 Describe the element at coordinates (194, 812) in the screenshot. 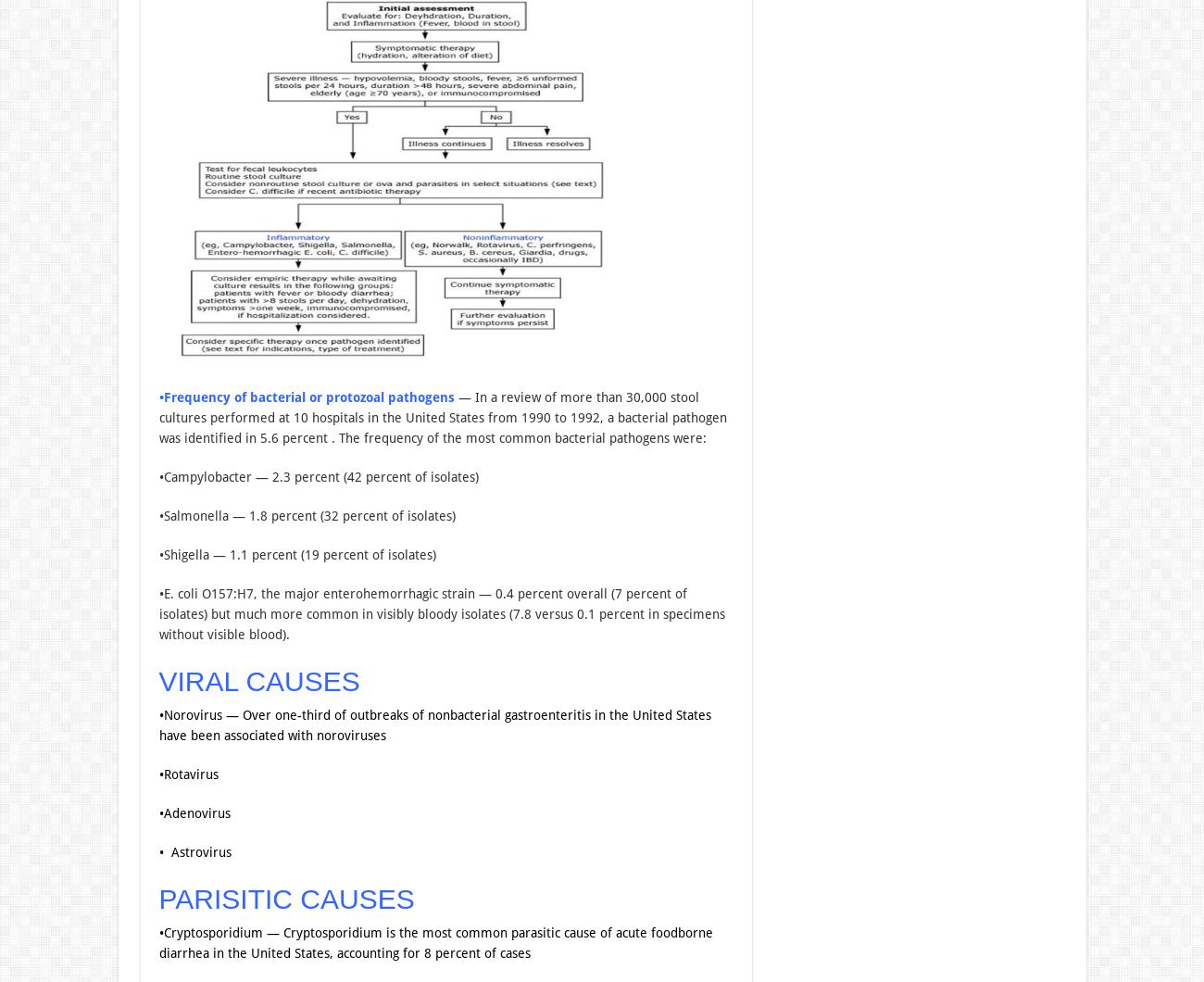

I see `'•Adenovirus'` at that location.